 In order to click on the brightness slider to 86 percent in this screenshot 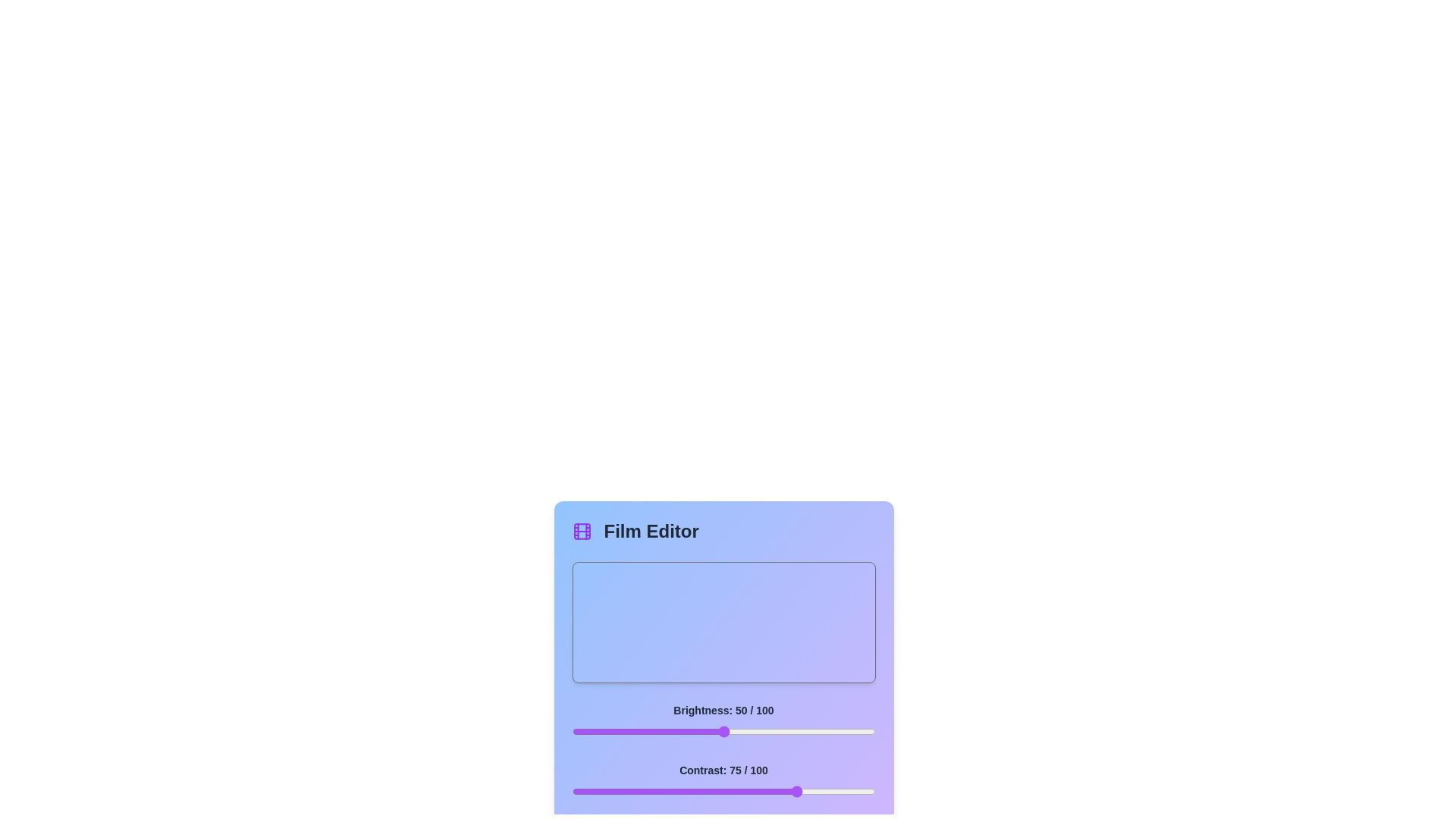, I will do `click(832, 730)`.